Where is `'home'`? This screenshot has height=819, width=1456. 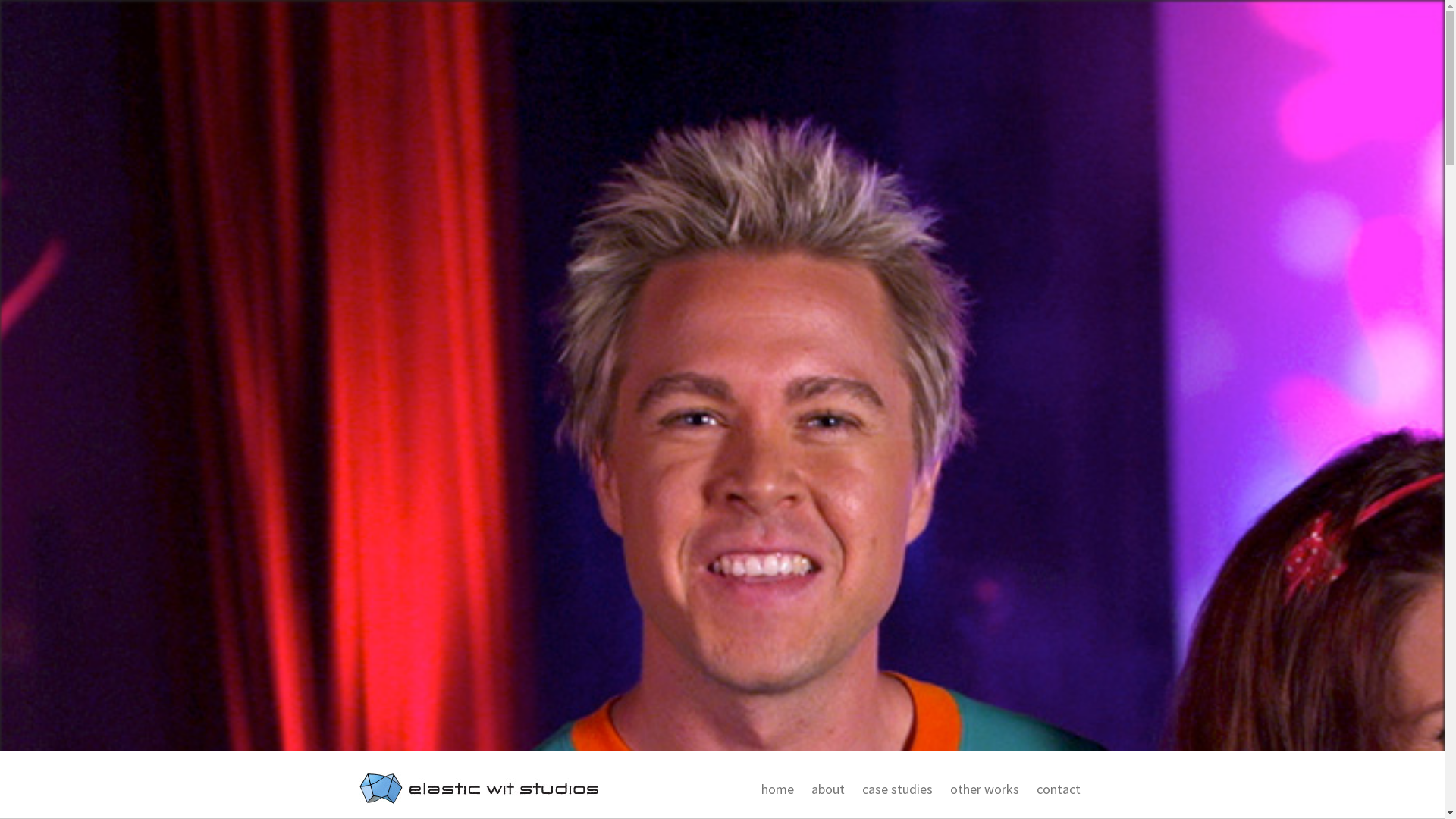
'home' is located at coordinates (774, 789).